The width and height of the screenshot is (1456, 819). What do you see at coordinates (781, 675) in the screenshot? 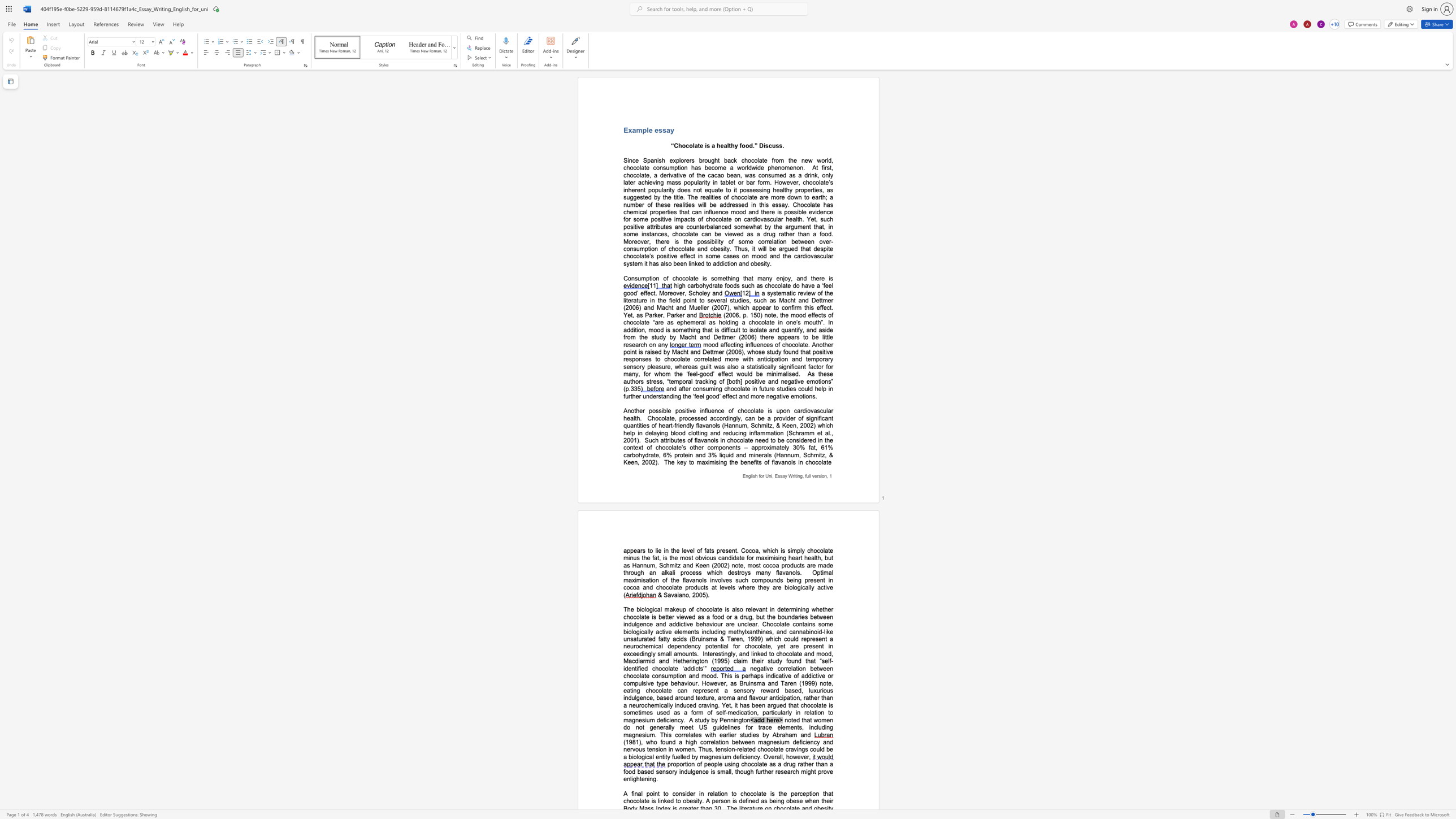
I see `the space between the continuous character "a" and "t" in the text` at bounding box center [781, 675].